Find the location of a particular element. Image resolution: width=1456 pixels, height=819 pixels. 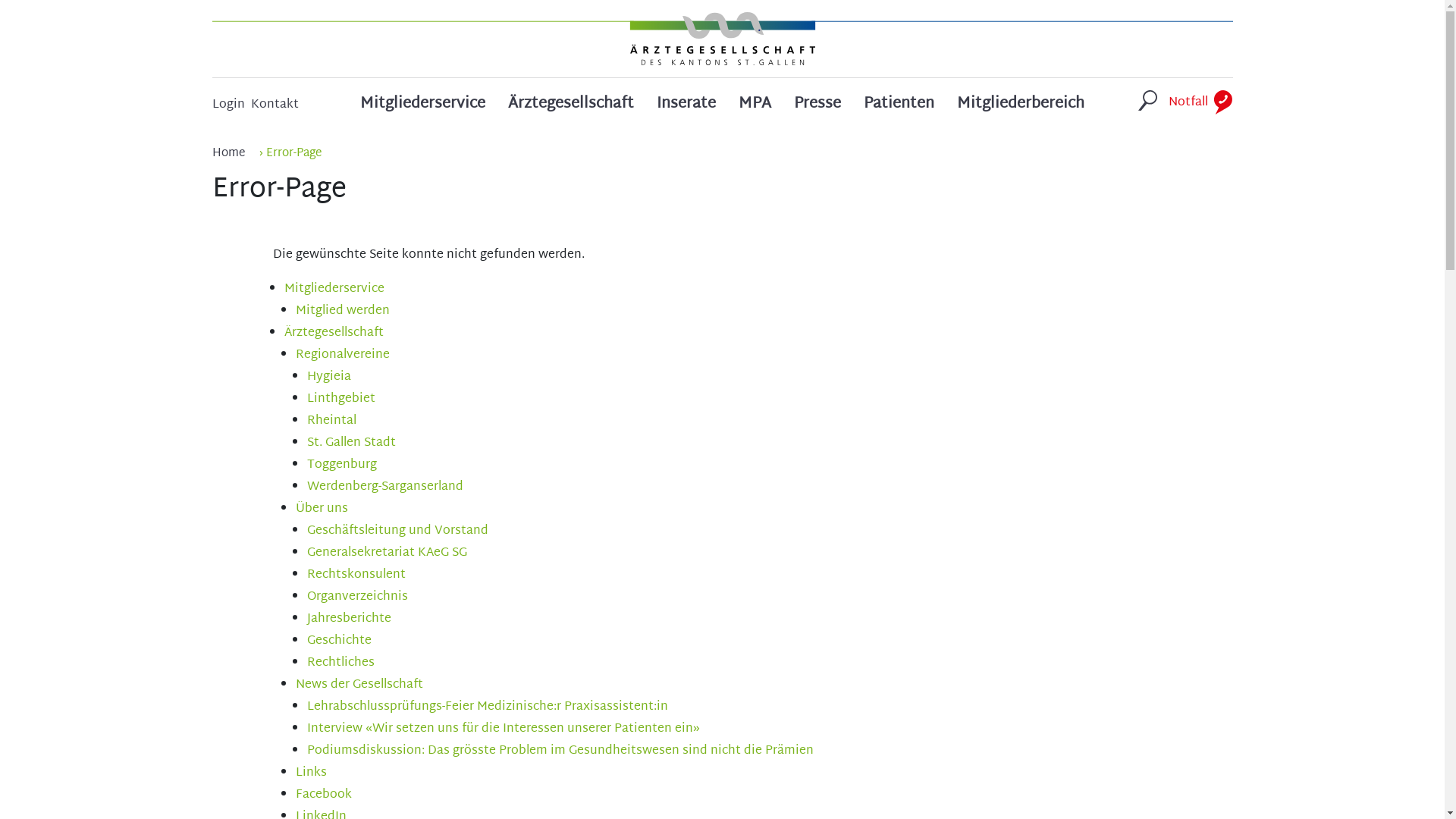

'Patienten' is located at coordinates (899, 108).